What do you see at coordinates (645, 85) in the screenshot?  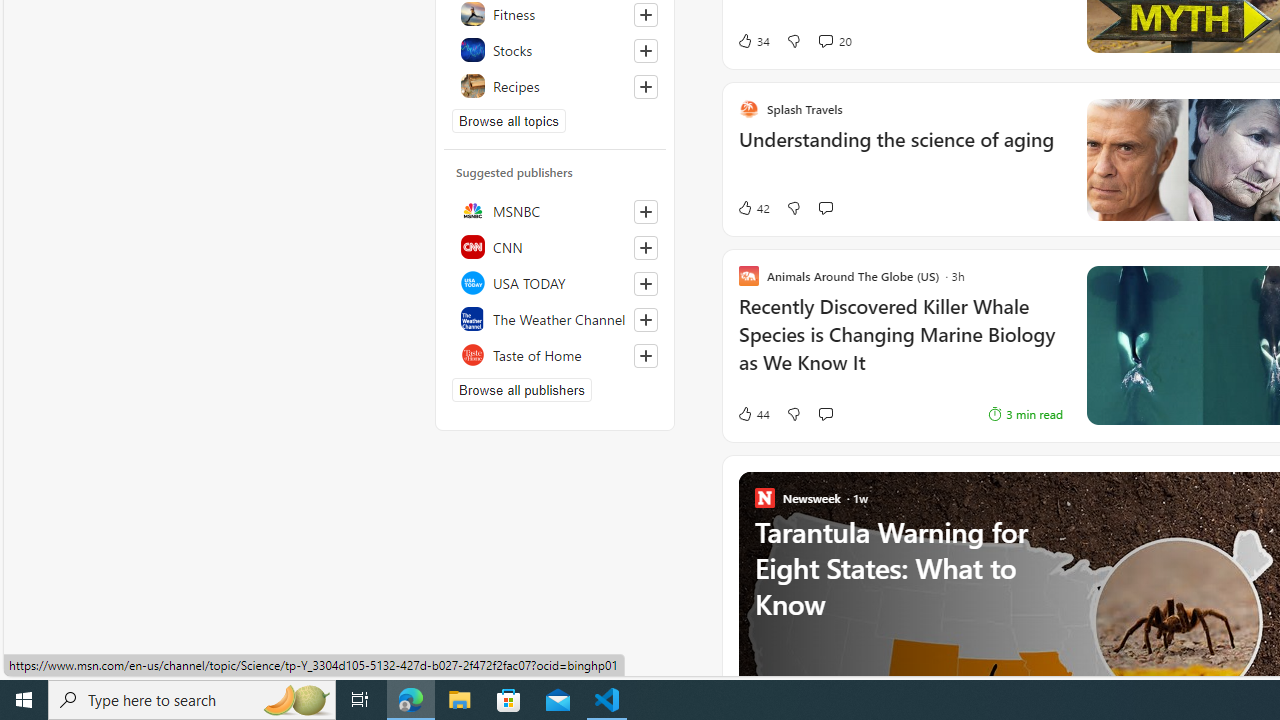 I see `'Follow this topic'` at bounding box center [645, 85].